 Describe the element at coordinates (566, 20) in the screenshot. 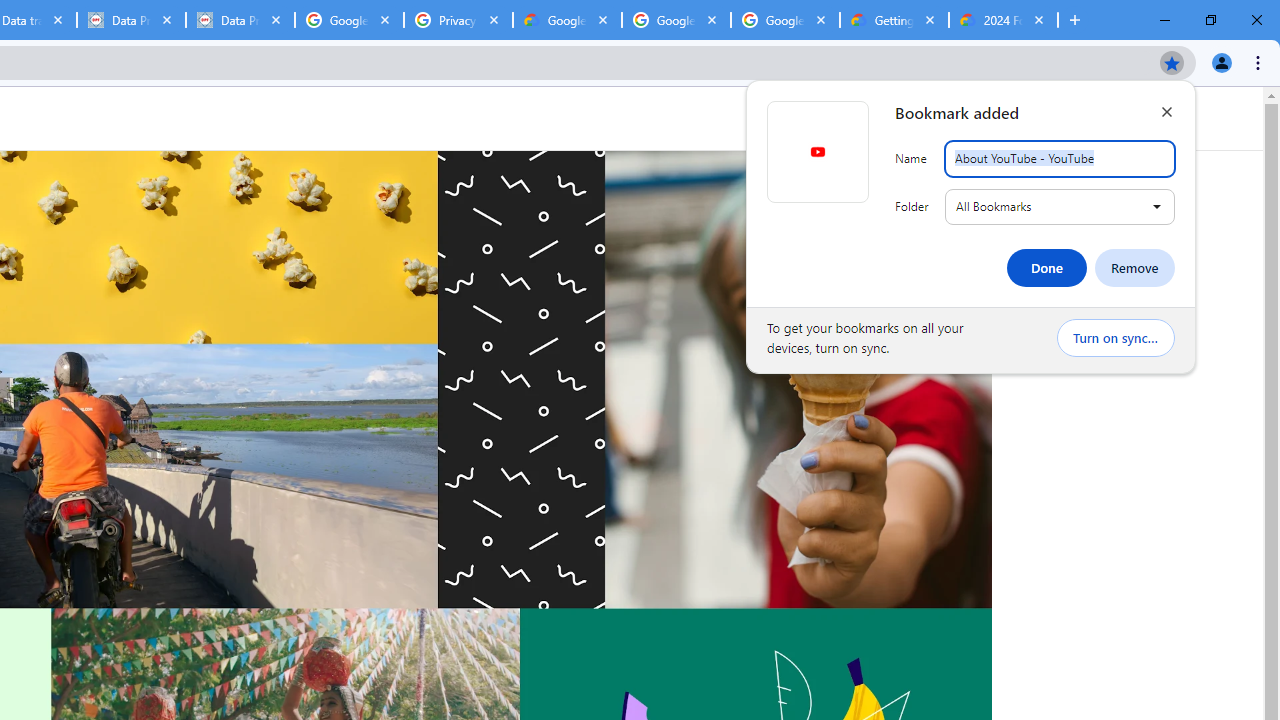

I see `'Google Cloud Terms Directory | Google Cloud'` at that location.